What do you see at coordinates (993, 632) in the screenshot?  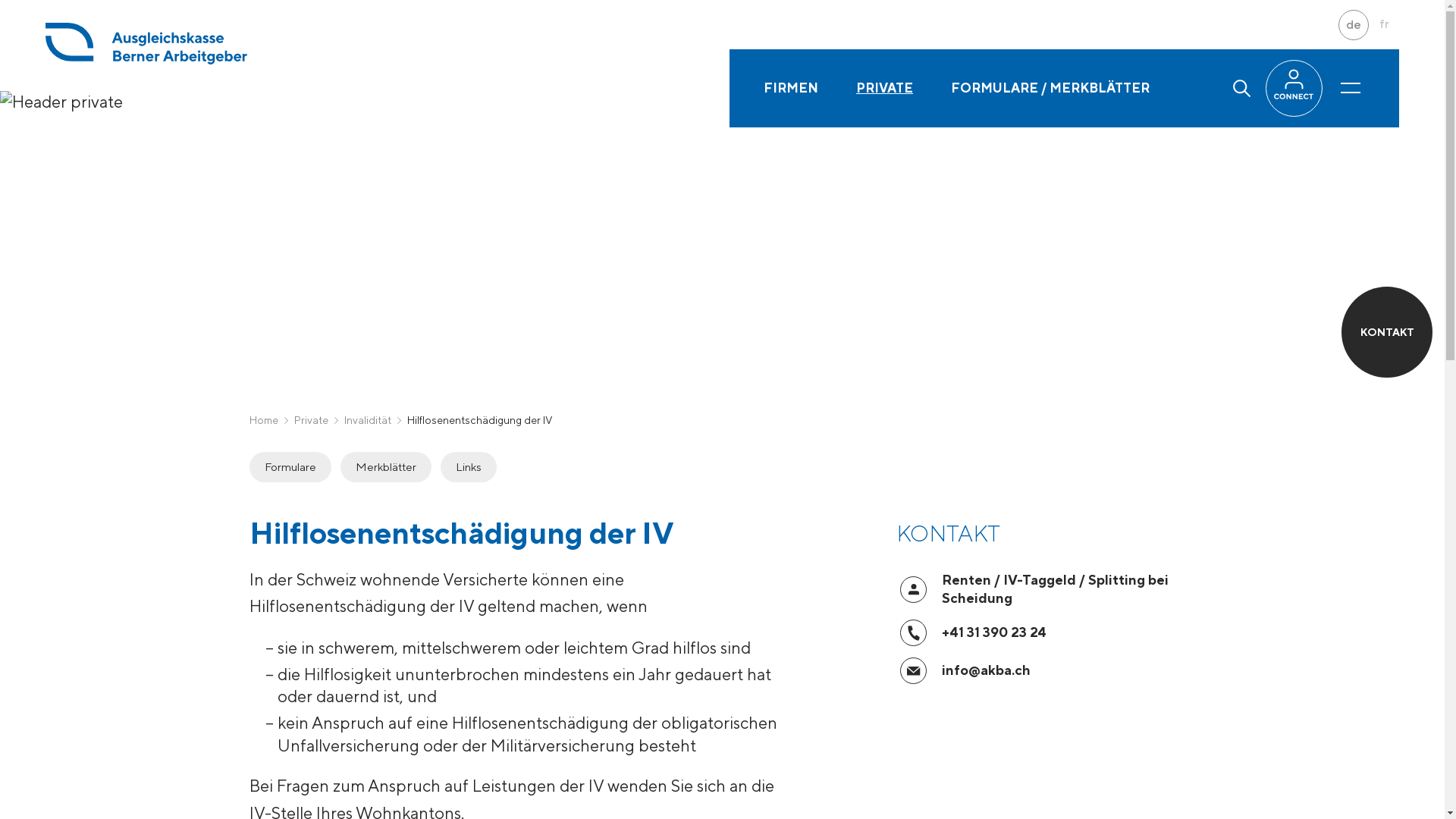 I see `'+41 31 390 23 24'` at bounding box center [993, 632].